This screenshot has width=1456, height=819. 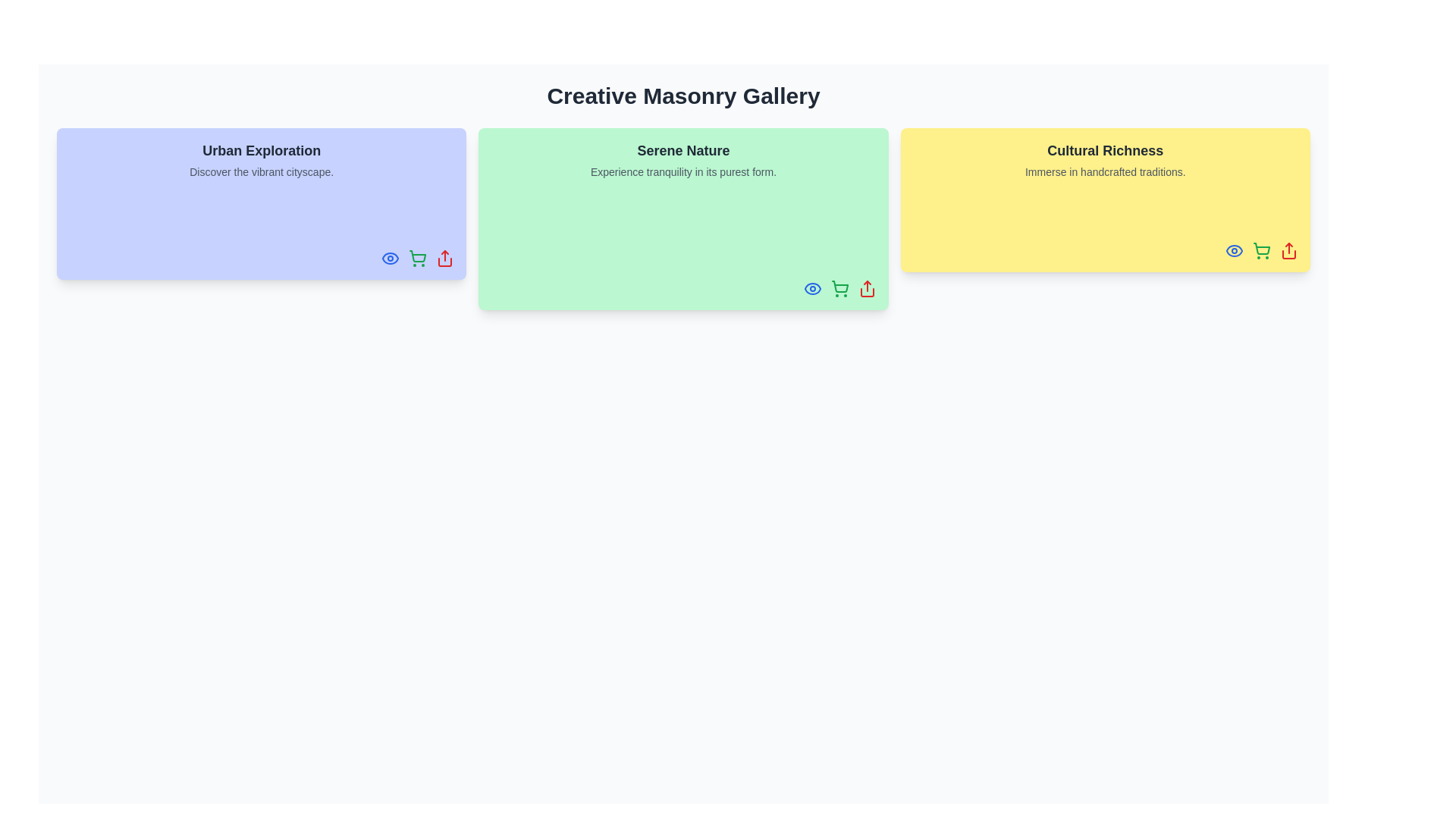 What do you see at coordinates (811, 289) in the screenshot?
I see `the 'view' icon button located at the bottom-right corner of the 'Serene Nature' card` at bounding box center [811, 289].